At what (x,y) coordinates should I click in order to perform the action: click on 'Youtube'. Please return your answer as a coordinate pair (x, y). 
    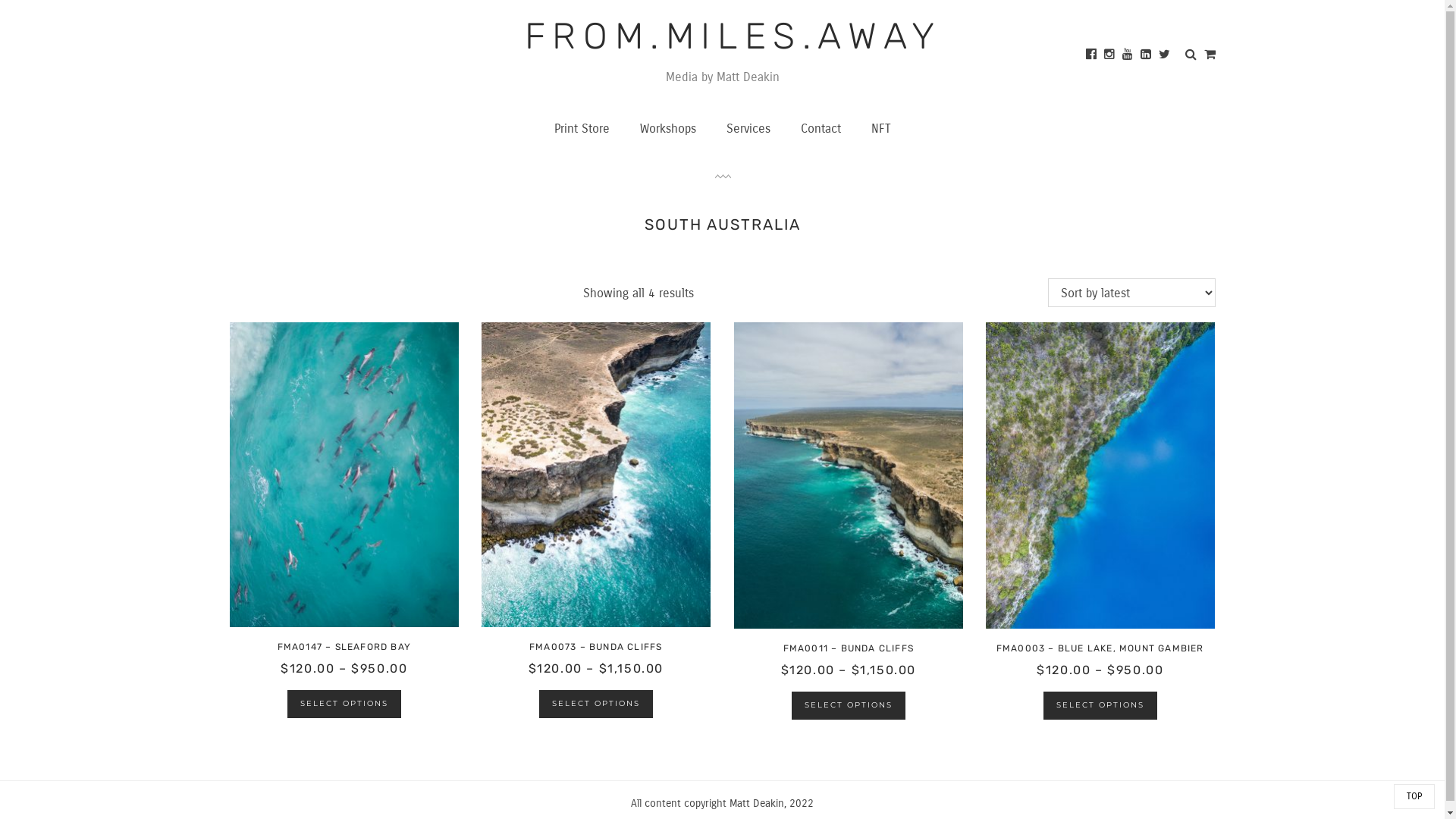
    Looking at the image, I should click on (1122, 52).